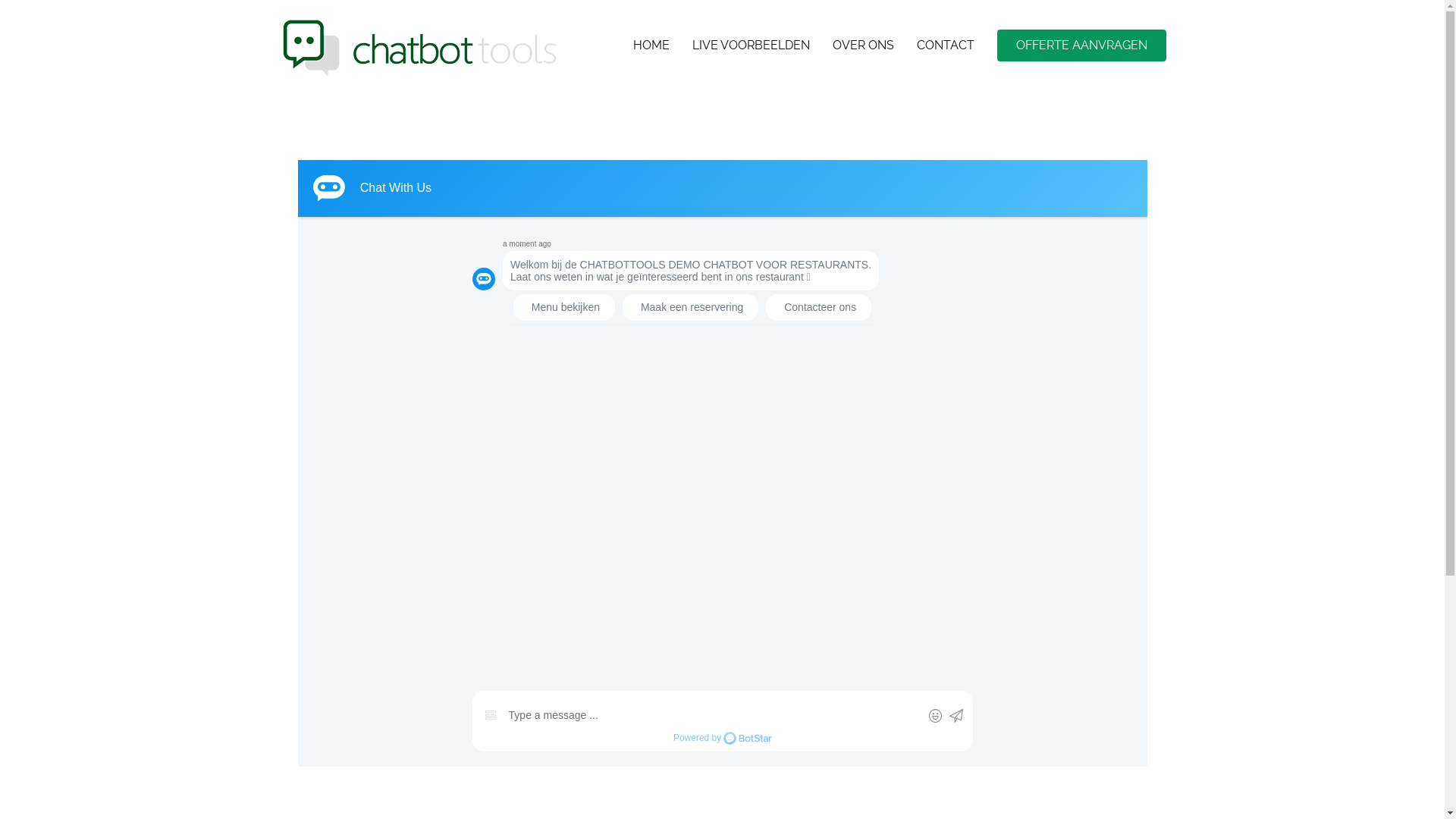  Describe the element at coordinates (750, 45) in the screenshot. I see `'LIVE VOORBEELDEN'` at that location.